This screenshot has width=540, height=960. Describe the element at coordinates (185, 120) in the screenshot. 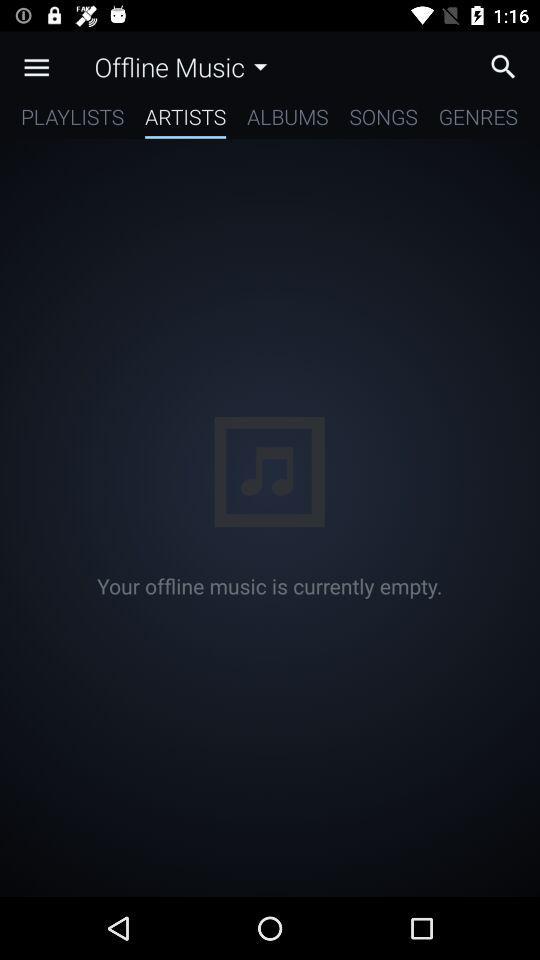

I see `text artists` at that location.